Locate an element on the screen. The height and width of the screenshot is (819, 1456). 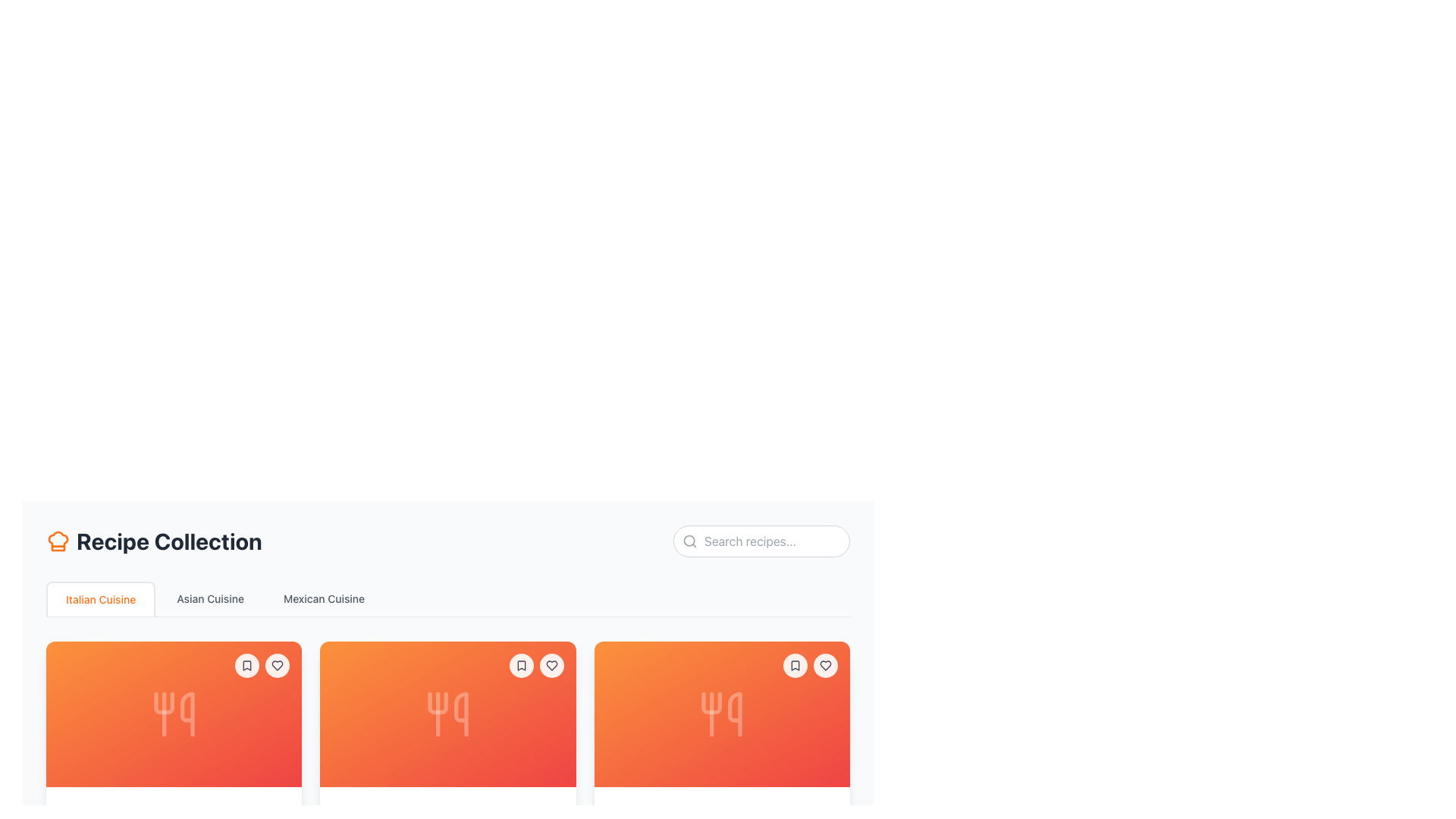
the 'Italian Cuisine' tab, which is the first tab in the horizontal row of three tabs under the 'Recipe Collection' heading is located at coordinates (100, 598).